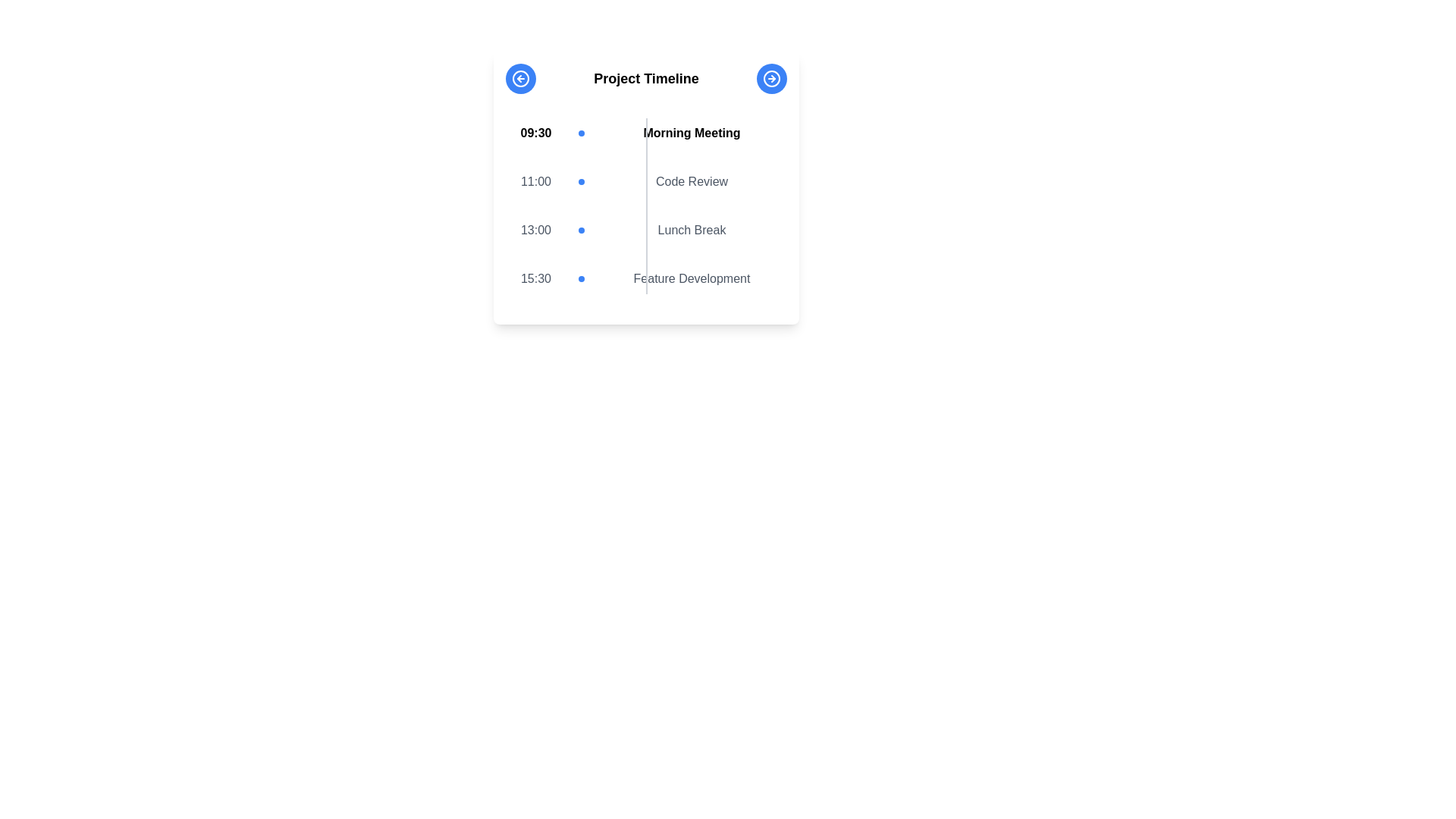  What do you see at coordinates (691, 133) in the screenshot?
I see `the 'Morning Meeting' text label, which describes an event scheduled at 09:30, located in the top-left section of the timeline interface` at bounding box center [691, 133].